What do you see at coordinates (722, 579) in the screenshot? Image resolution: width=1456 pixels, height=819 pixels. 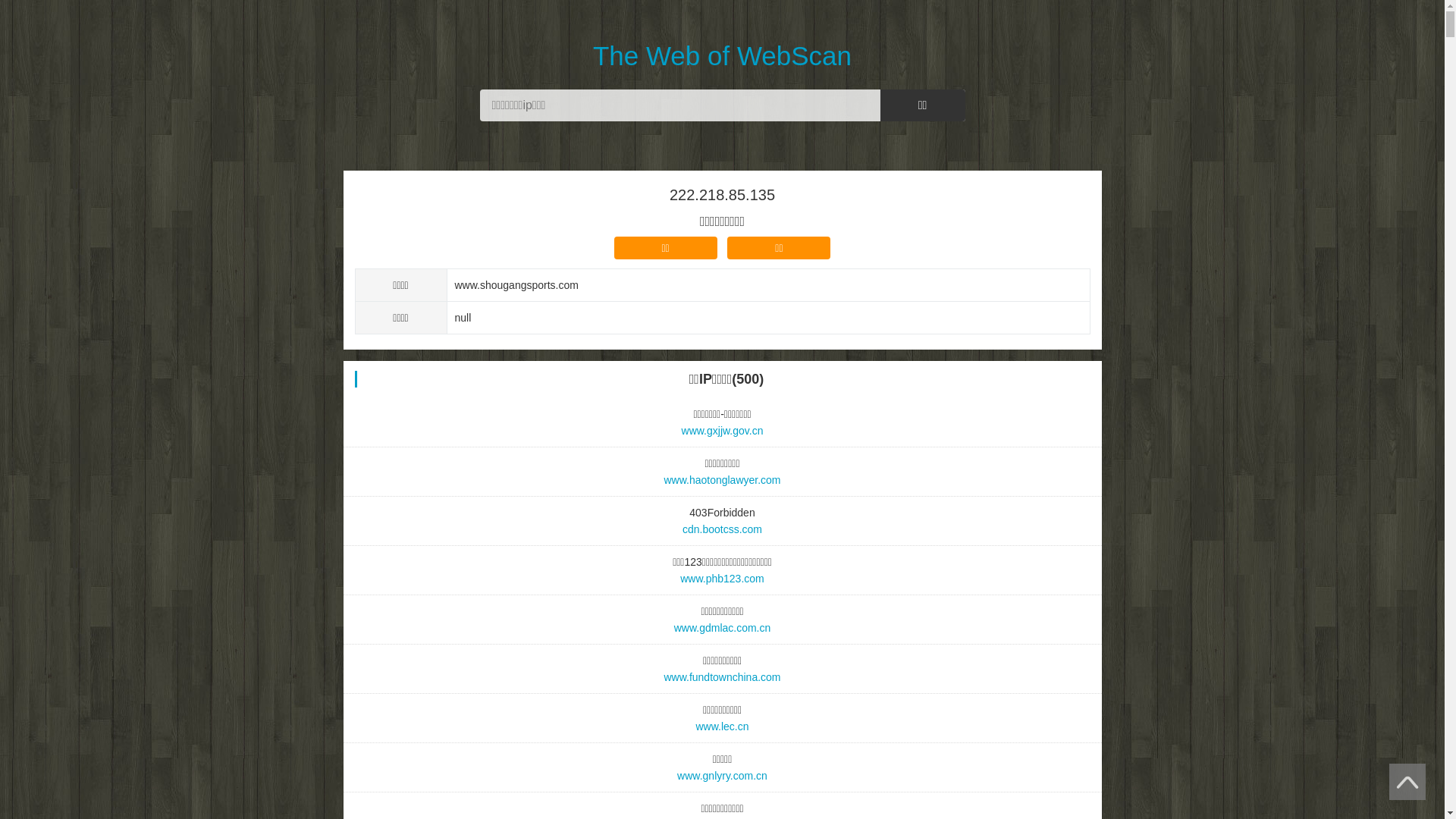 I see `'www.phb123.com'` at bounding box center [722, 579].